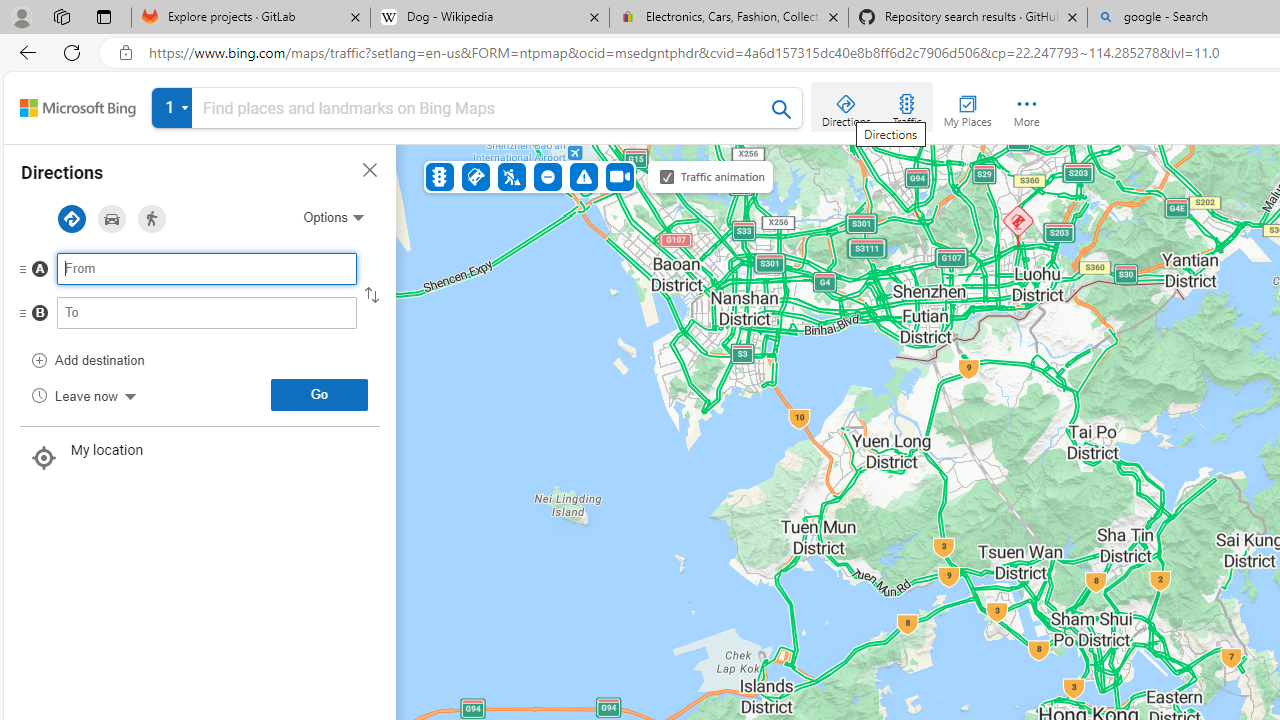  I want to click on 'Road Closures', so click(547, 175).